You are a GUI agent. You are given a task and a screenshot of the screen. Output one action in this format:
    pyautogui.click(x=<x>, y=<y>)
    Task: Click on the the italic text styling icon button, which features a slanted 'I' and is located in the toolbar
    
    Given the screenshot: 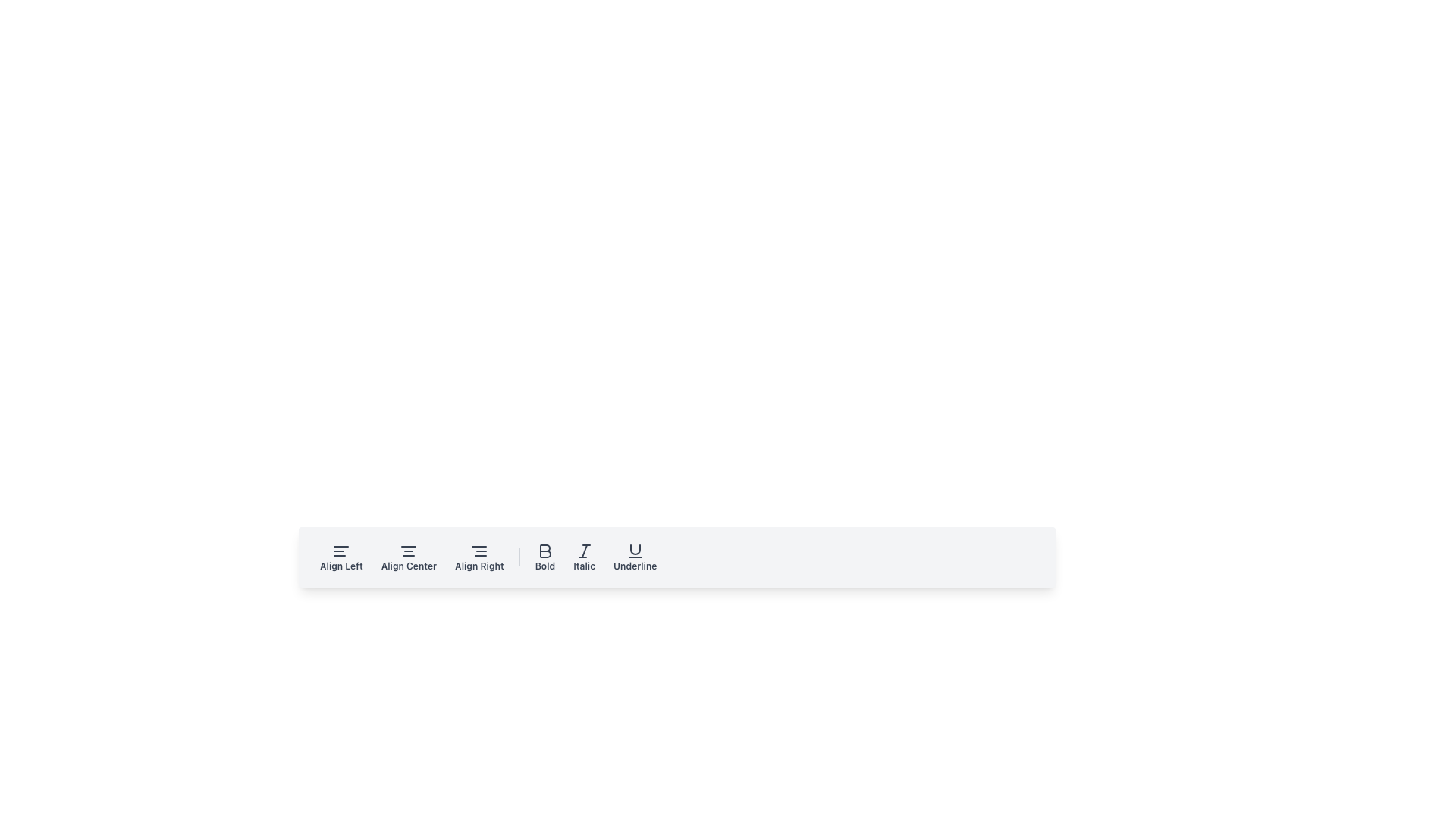 What is the action you would take?
    pyautogui.click(x=583, y=551)
    